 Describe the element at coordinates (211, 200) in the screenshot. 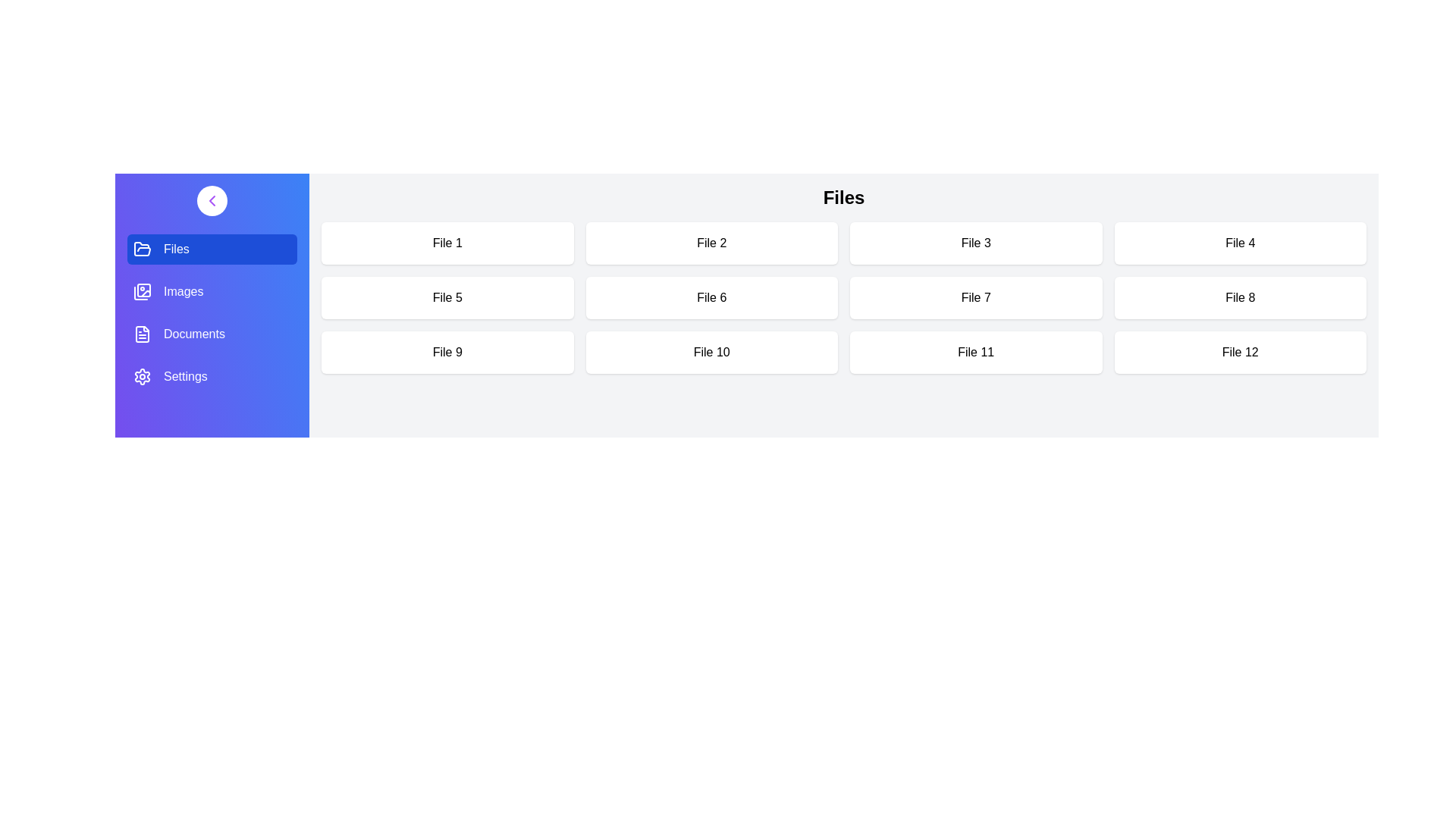

I see `the toggle button at the top of the sidebar to toggle the drawer` at that location.